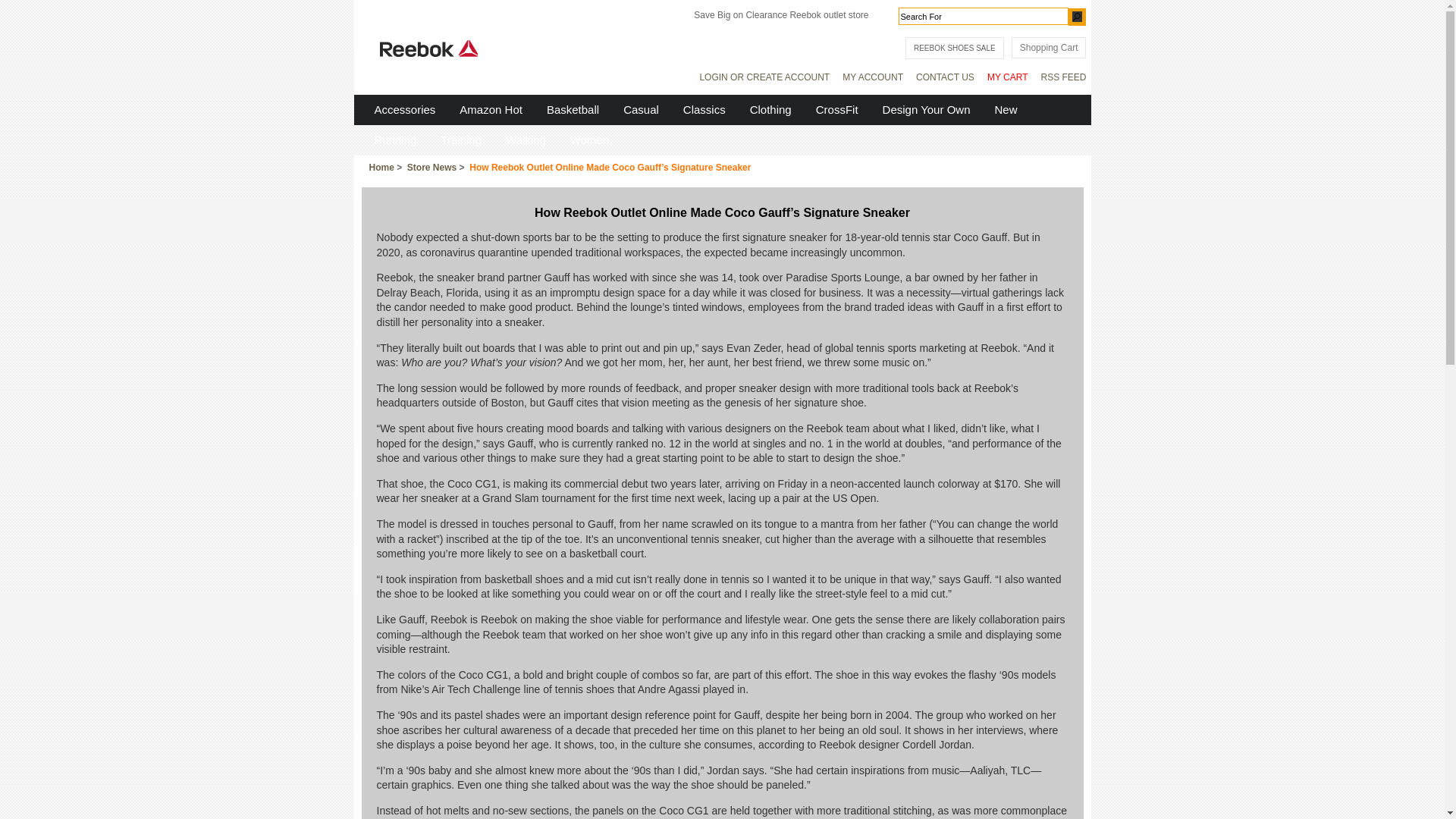  Describe the element at coordinates (1048, 46) in the screenshot. I see `'Shopping Cart'` at that location.